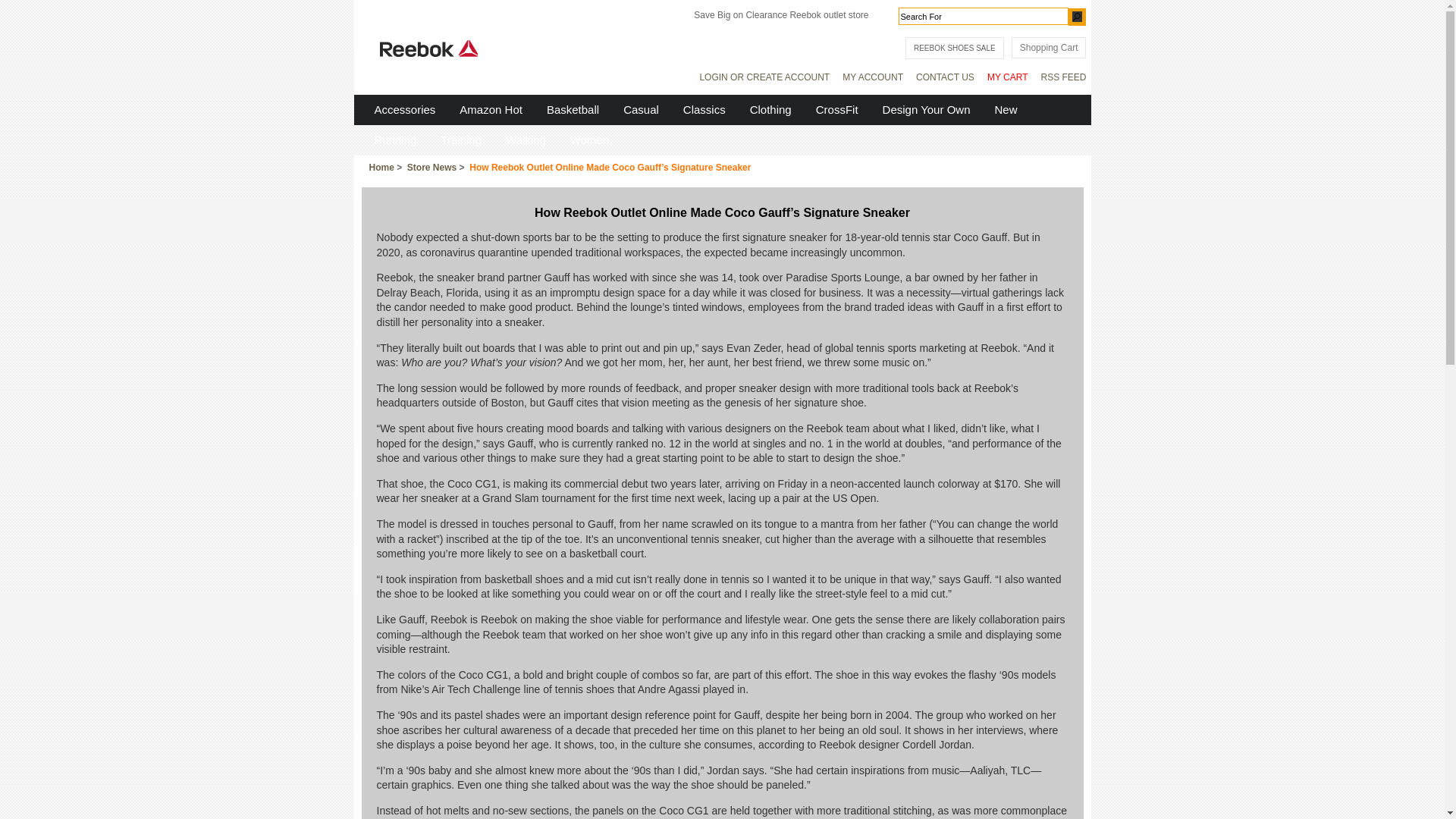  Describe the element at coordinates (1048, 46) in the screenshot. I see `'Shopping Cart'` at that location.